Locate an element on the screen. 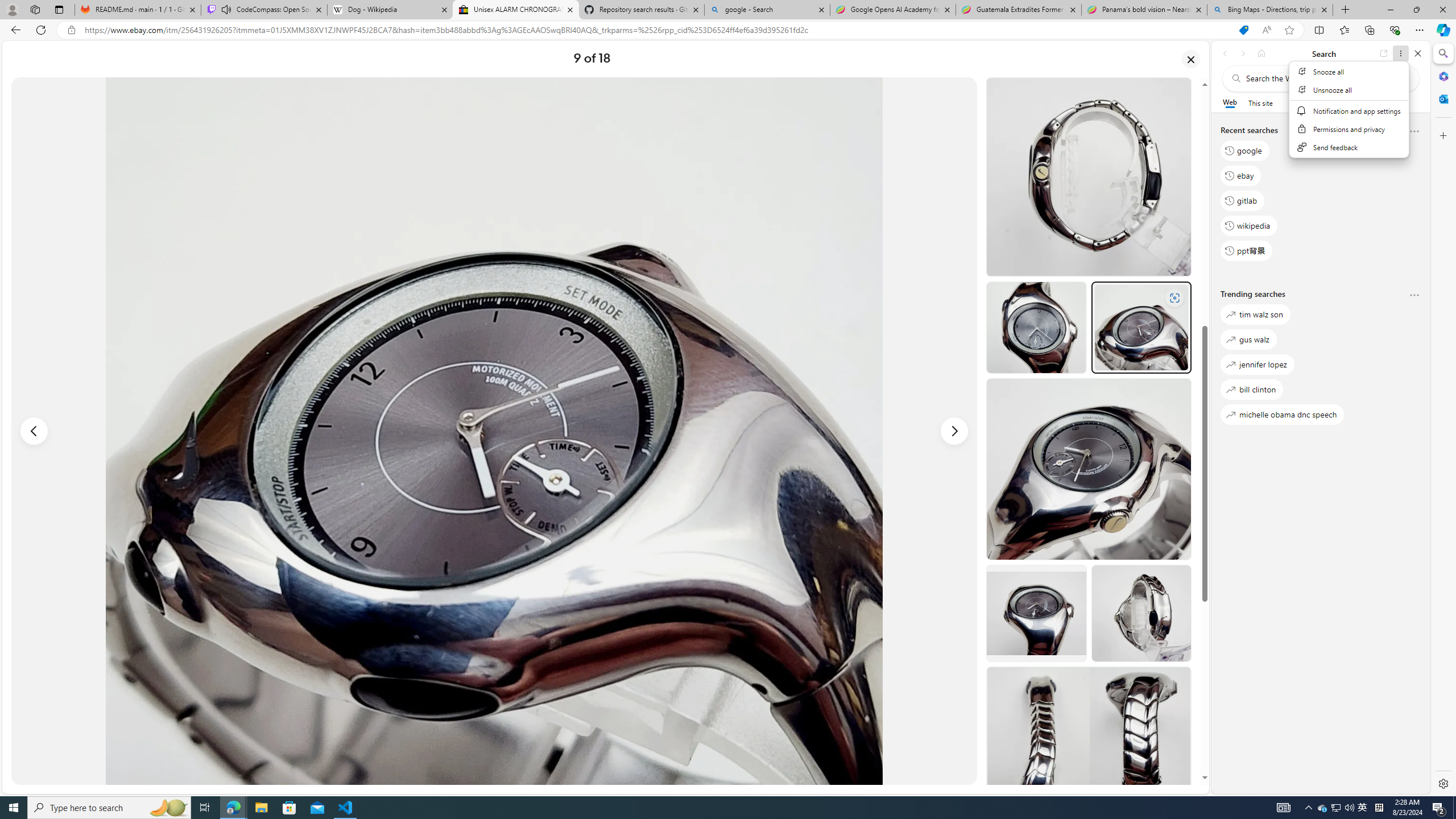  'Unsnooze all' is located at coordinates (1349, 89).